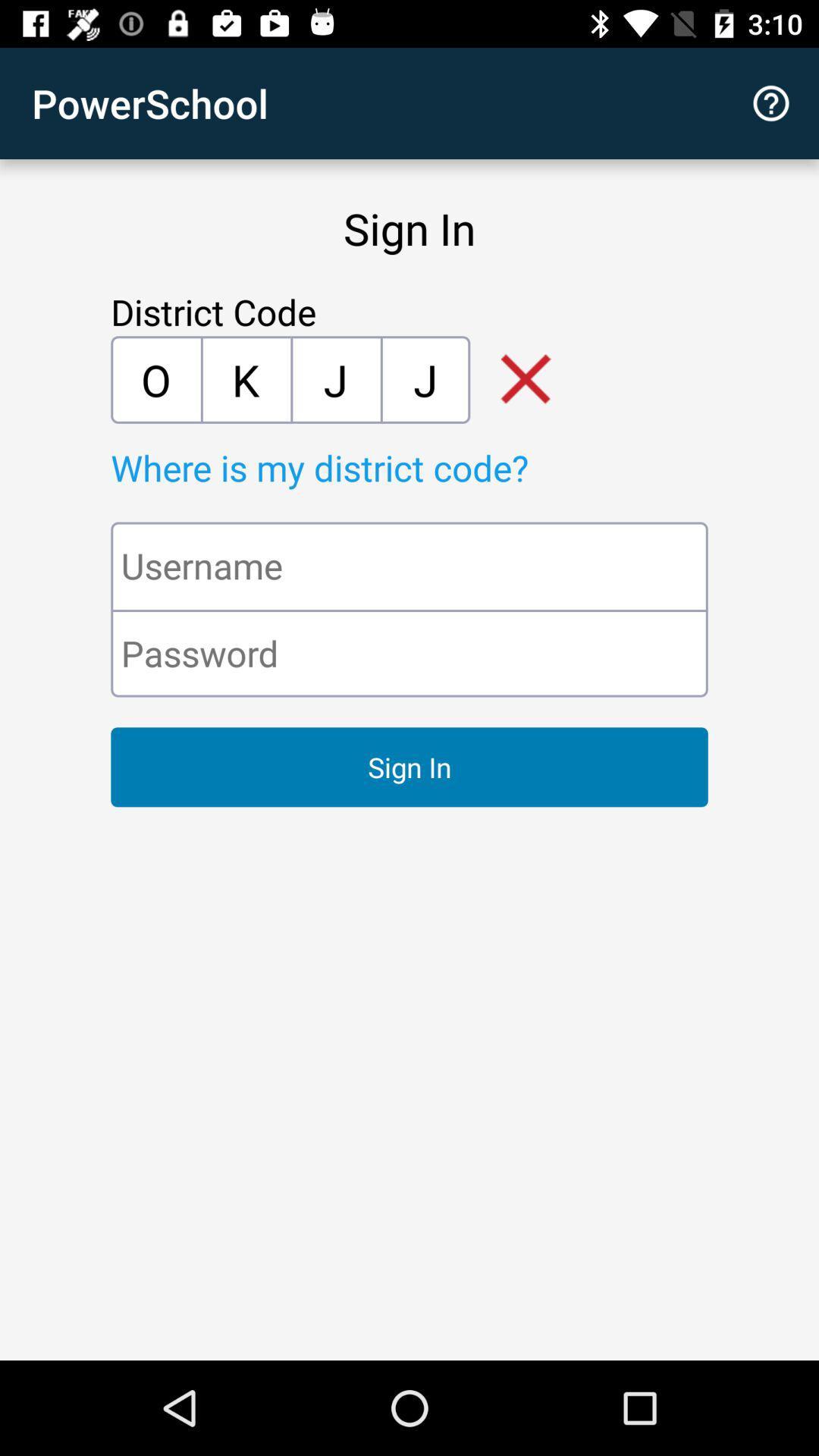  I want to click on the icon above the sign in, so click(409, 653).